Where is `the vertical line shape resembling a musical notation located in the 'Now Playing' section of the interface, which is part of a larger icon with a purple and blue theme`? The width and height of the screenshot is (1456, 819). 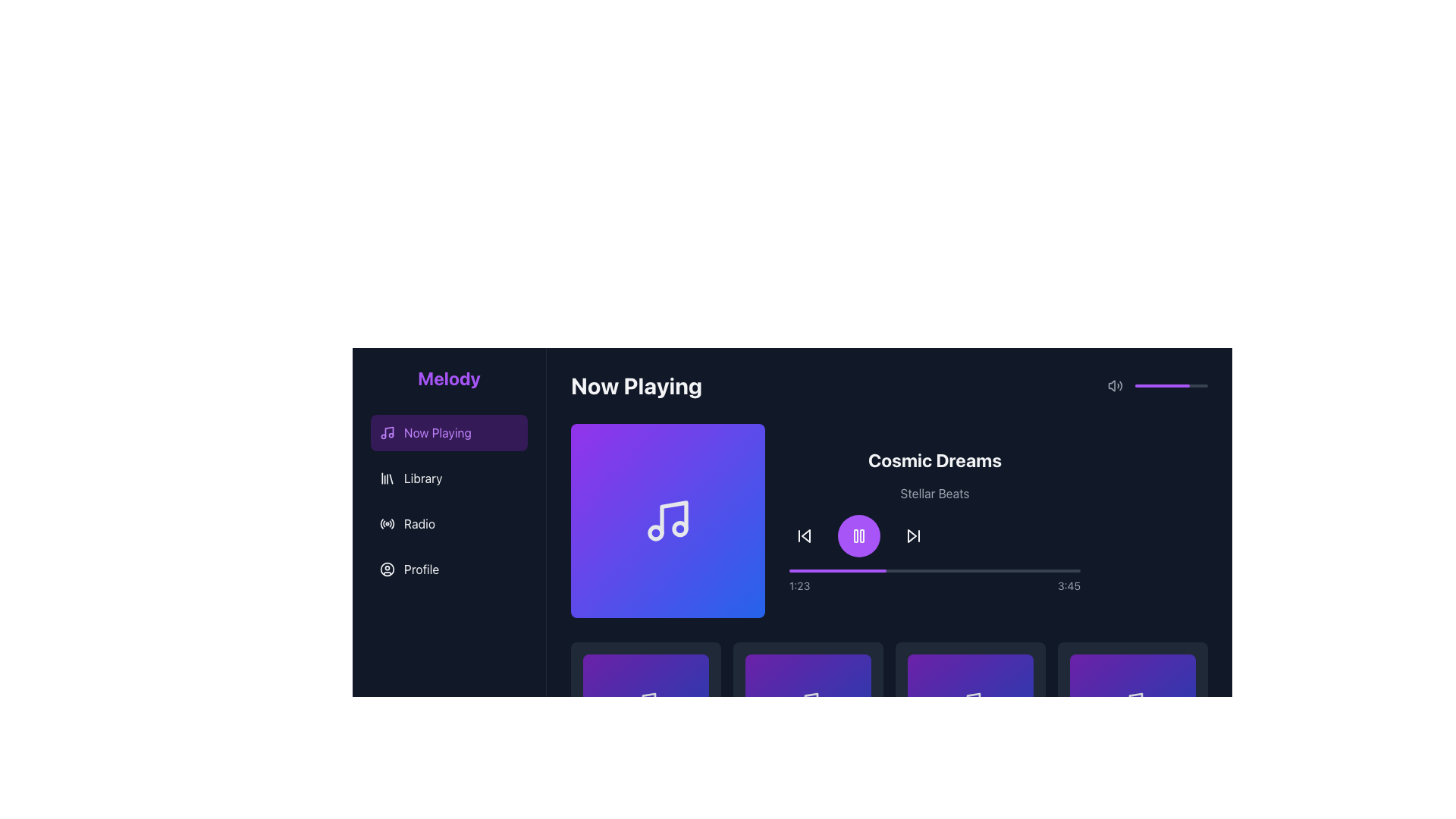
the vertical line shape resembling a musical notation located in the 'Now Playing' section of the interface, which is part of a larger icon with a purple and blue theme is located at coordinates (673, 516).